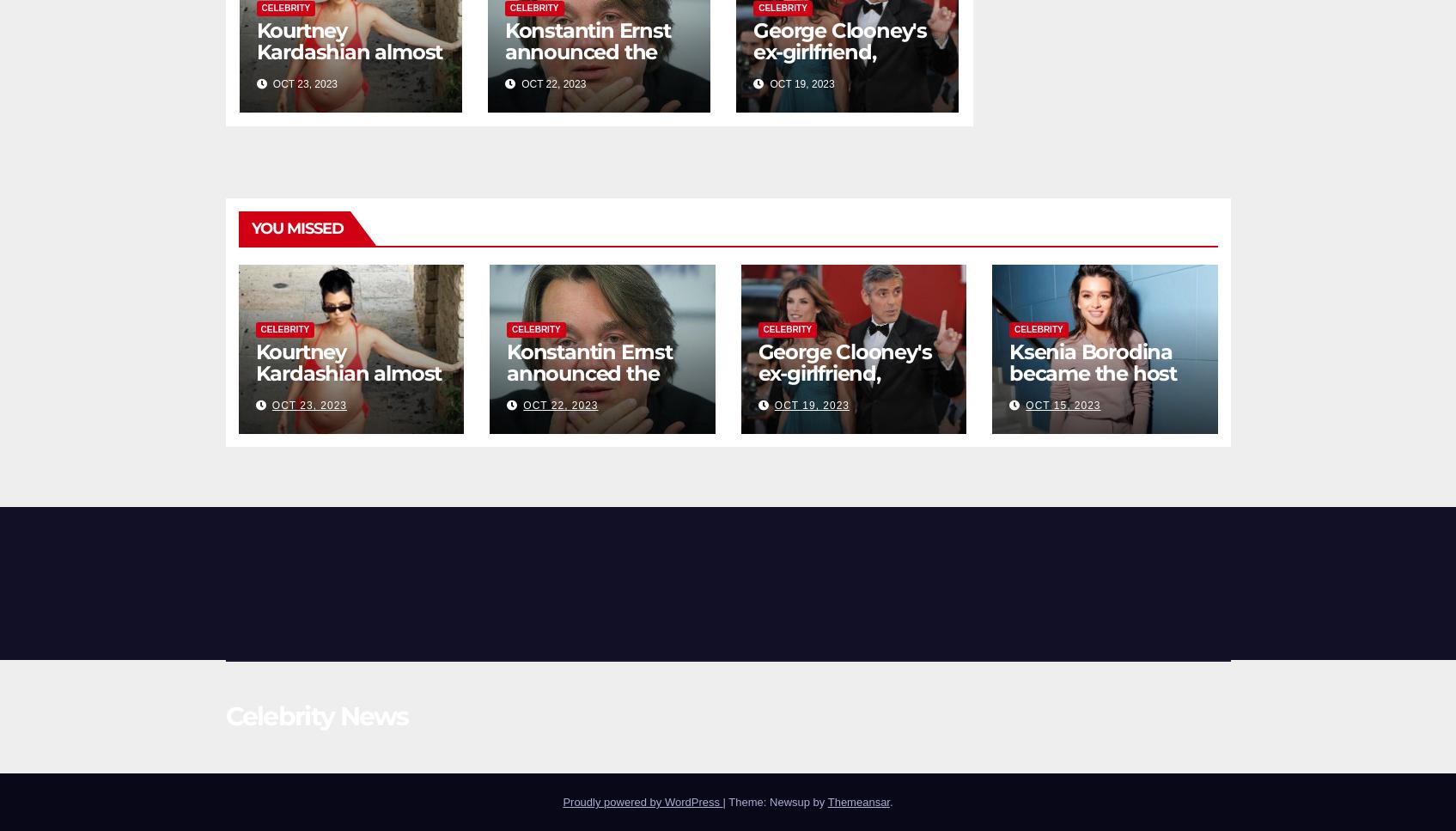  Describe the element at coordinates (642, 801) in the screenshot. I see `'Proudly powered by WordPress'` at that location.